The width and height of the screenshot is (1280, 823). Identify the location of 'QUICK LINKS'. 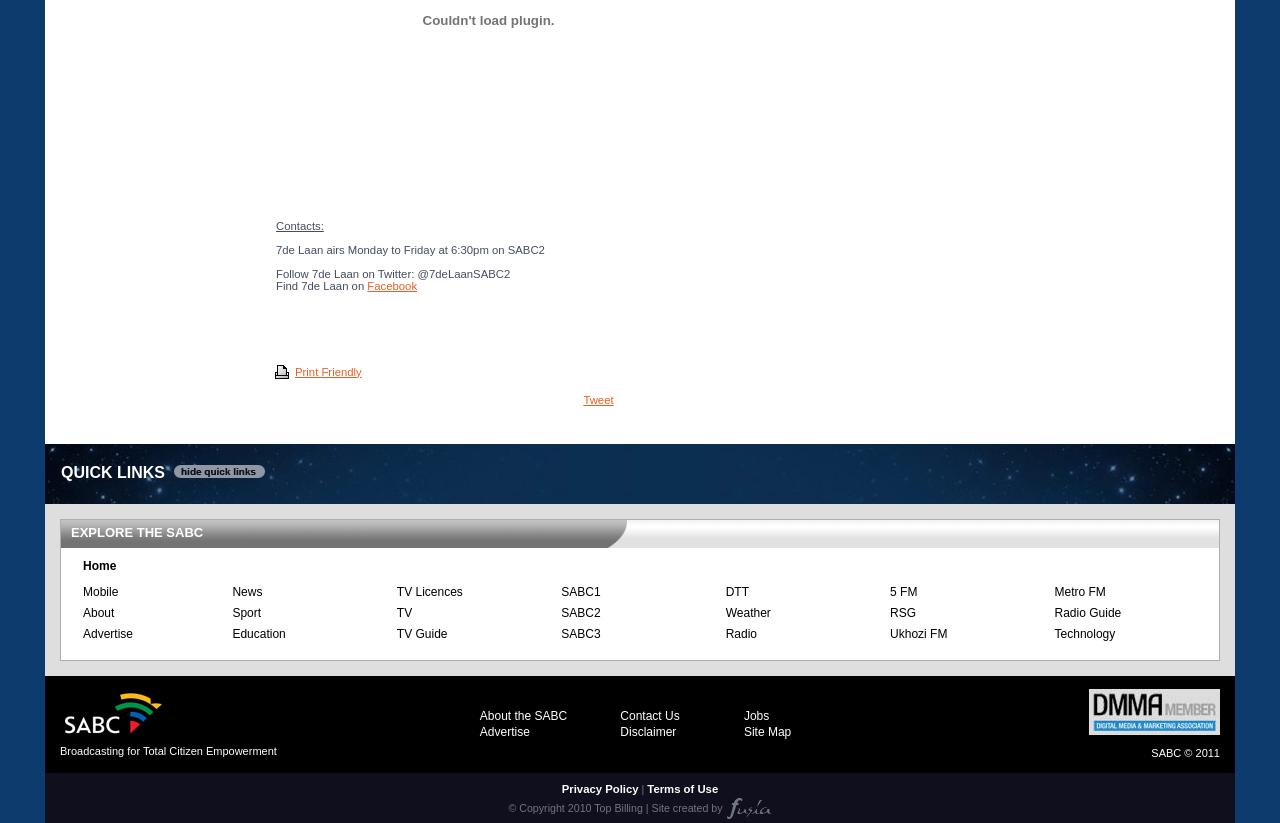
(112, 470).